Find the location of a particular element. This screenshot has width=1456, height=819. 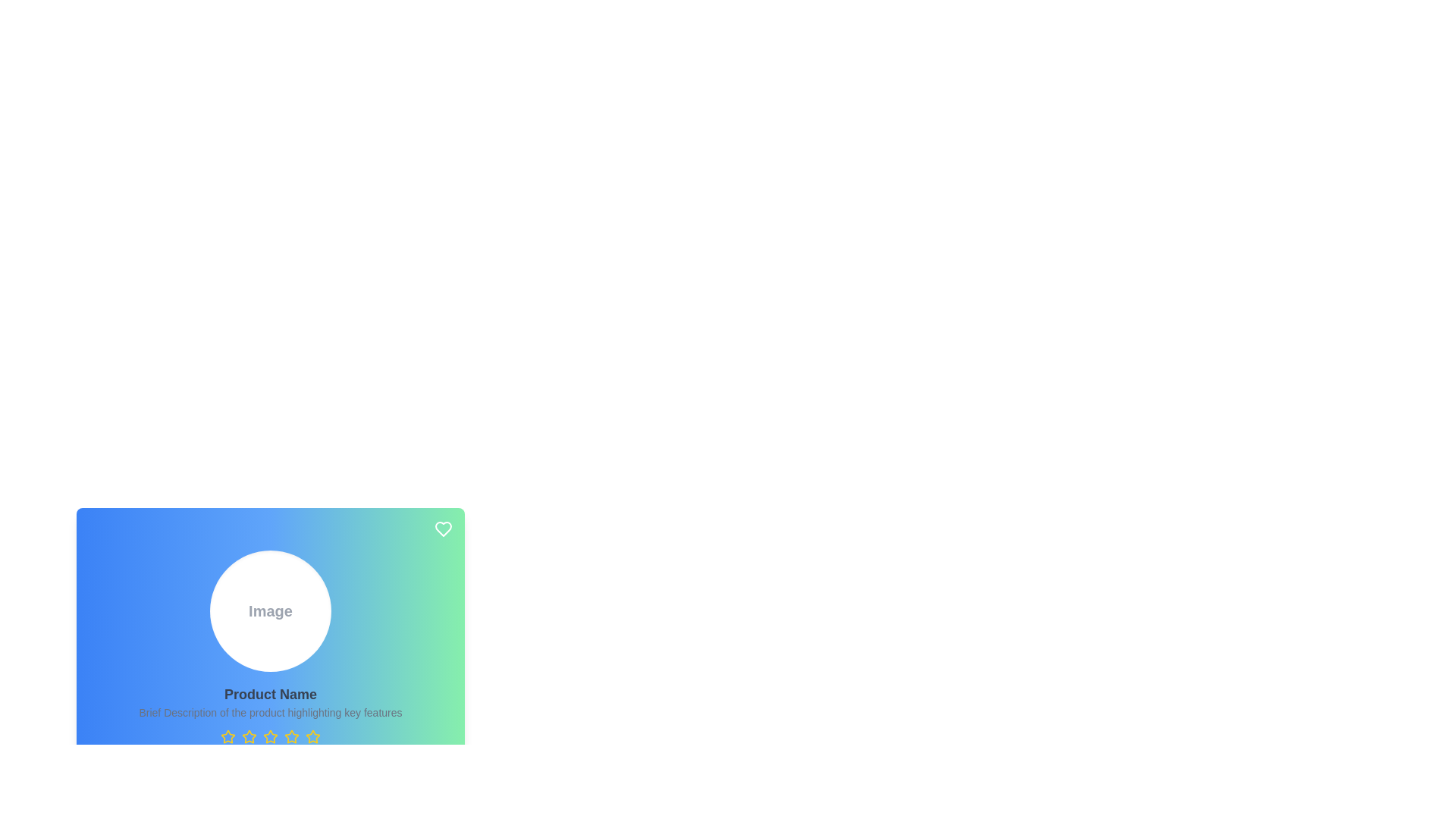

the first yellow outlined star SVG icon located at the bottom of the product card is located at coordinates (227, 736).